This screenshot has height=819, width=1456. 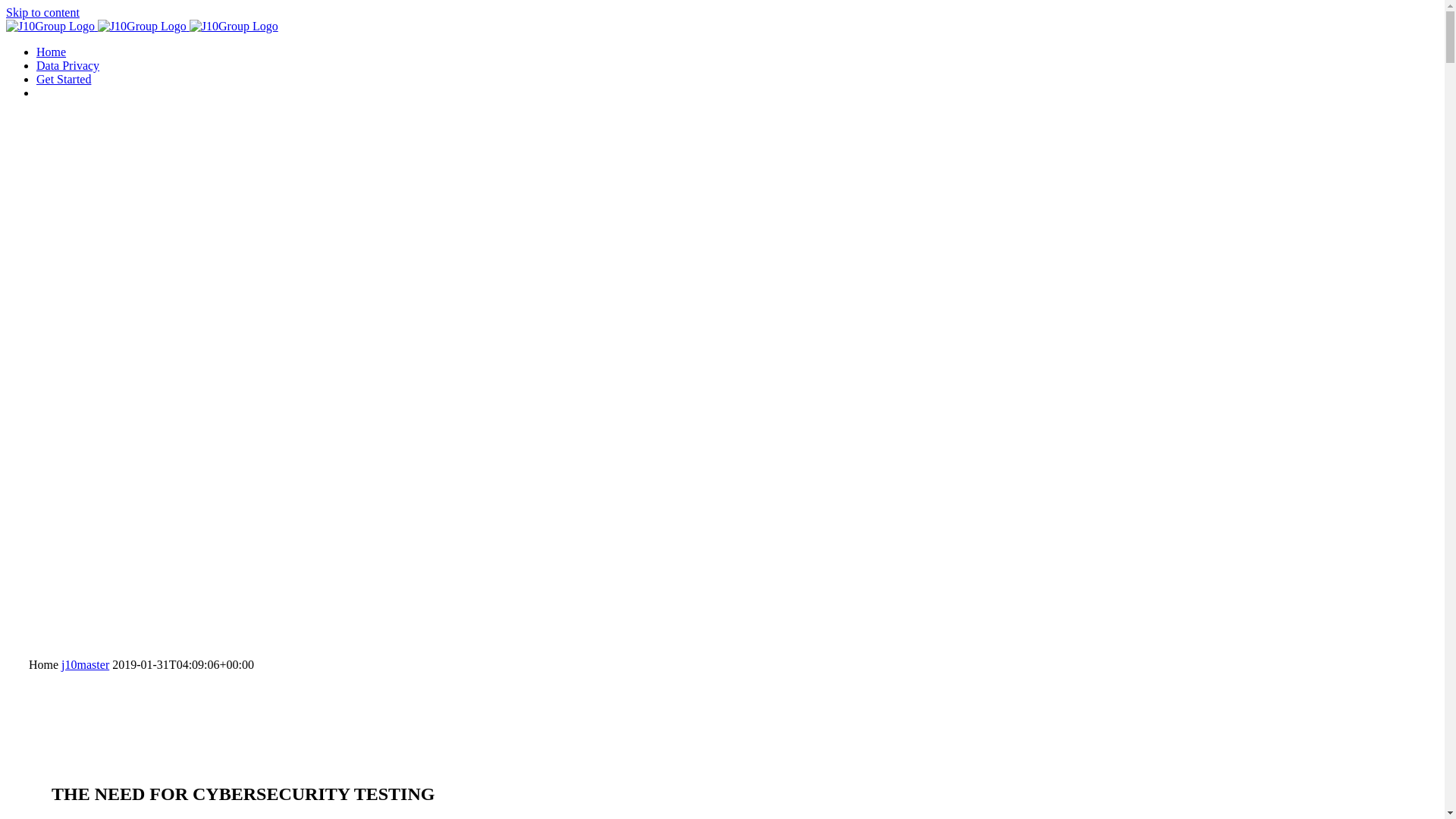 What do you see at coordinates (61, 664) in the screenshot?
I see `'j10master'` at bounding box center [61, 664].